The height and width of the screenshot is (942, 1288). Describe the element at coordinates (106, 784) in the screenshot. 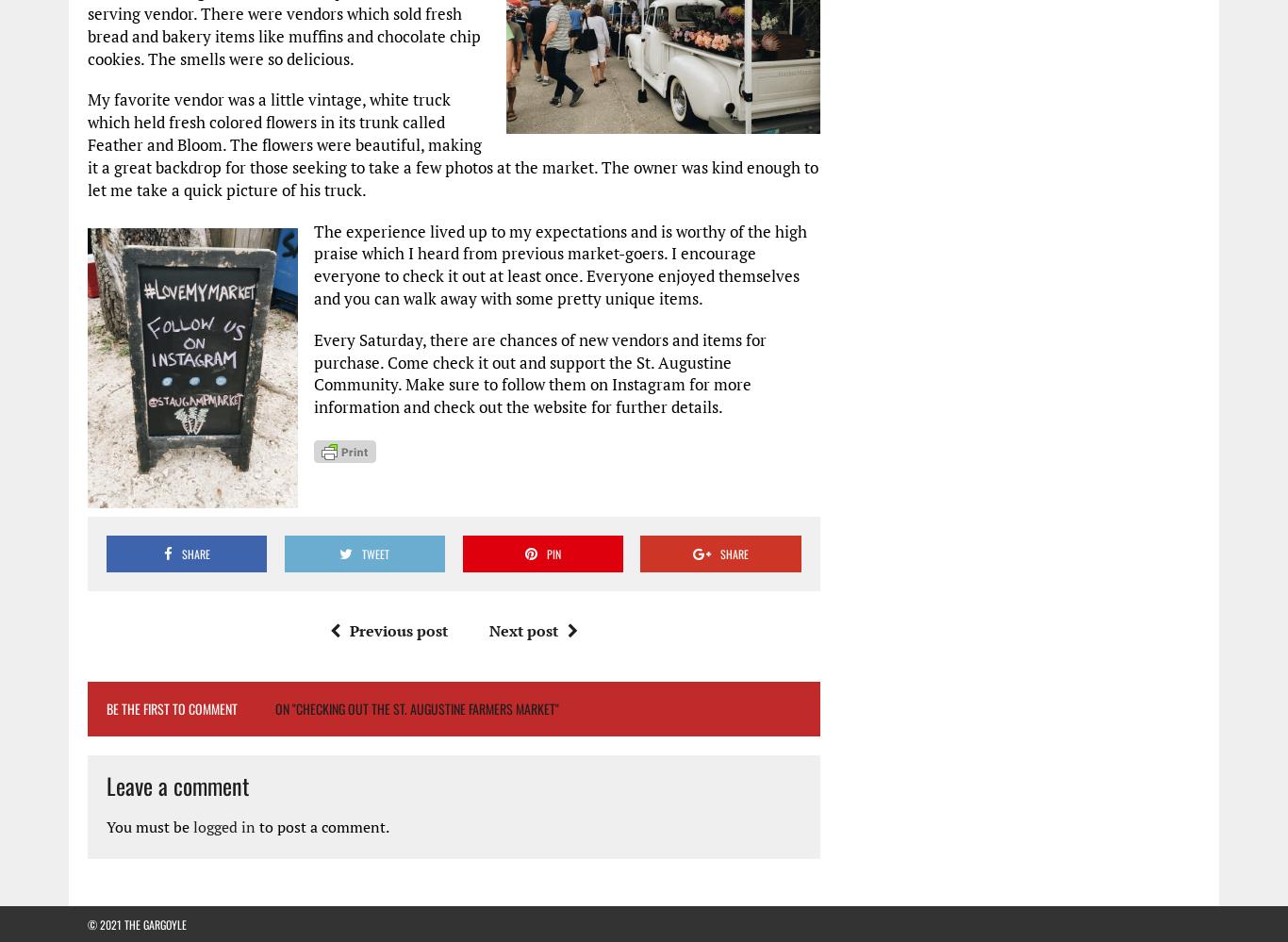

I see `'Leave a comment'` at that location.